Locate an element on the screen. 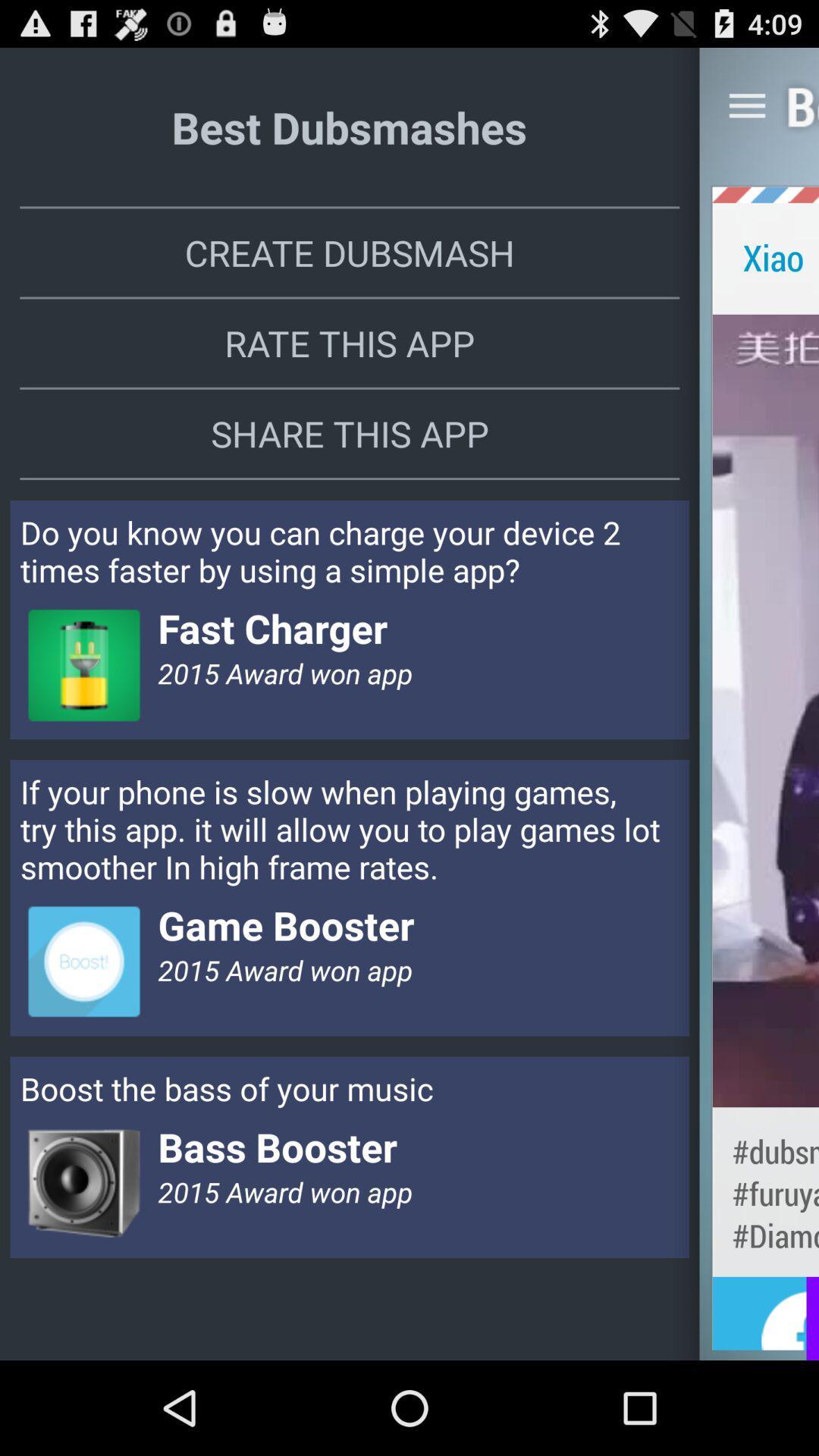 The width and height of the screenshot is (819, 1456). icon to the right of rate this app app is located at coordinates (765, 710).